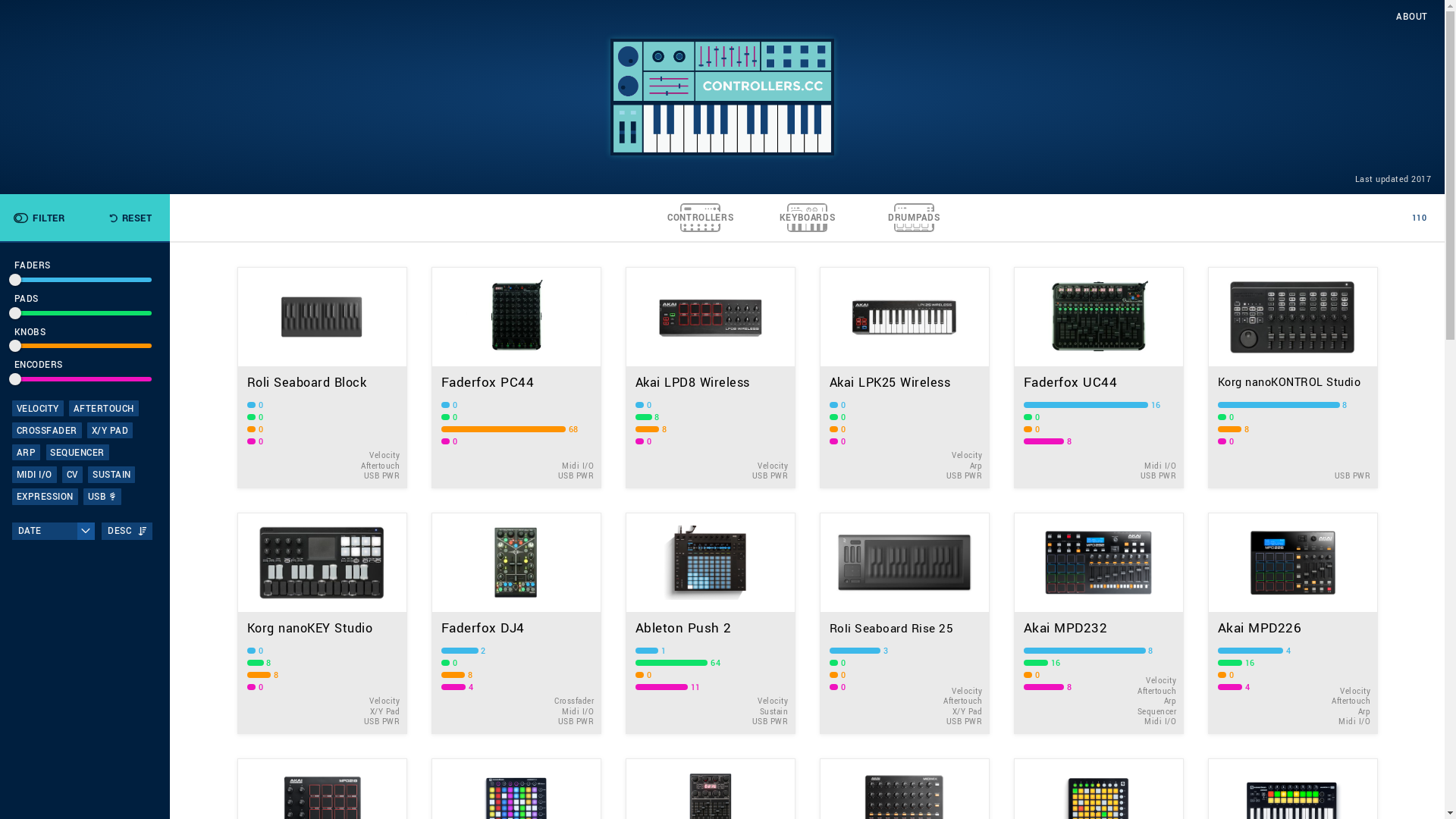  What do you see at coordinates (516, 623) in the screenshot?
I see `'Faderfox DJ4` at bounding box center [516, 623].